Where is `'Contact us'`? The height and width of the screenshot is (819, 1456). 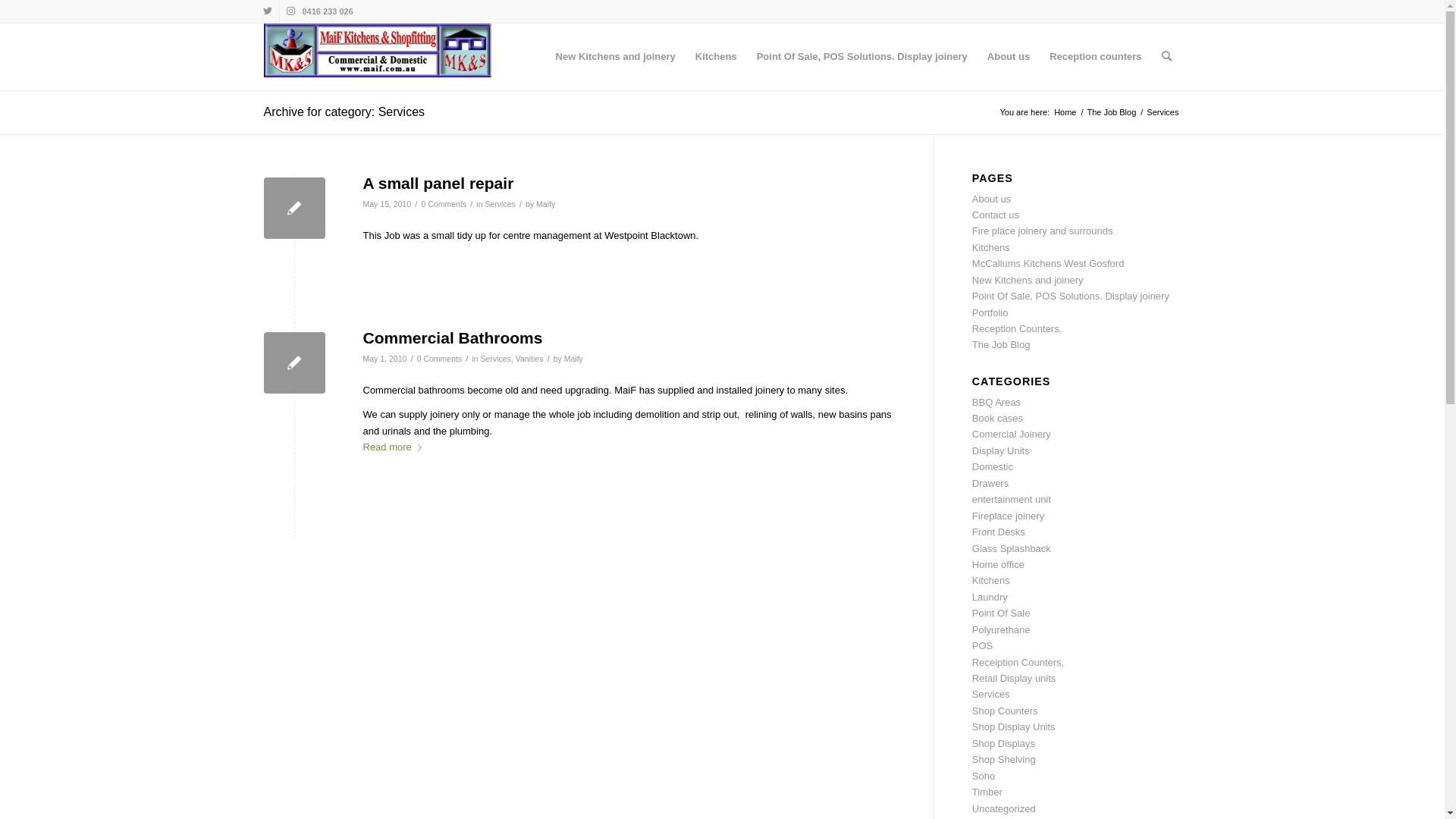 'Contact us' is located at coordinates (996, 215).